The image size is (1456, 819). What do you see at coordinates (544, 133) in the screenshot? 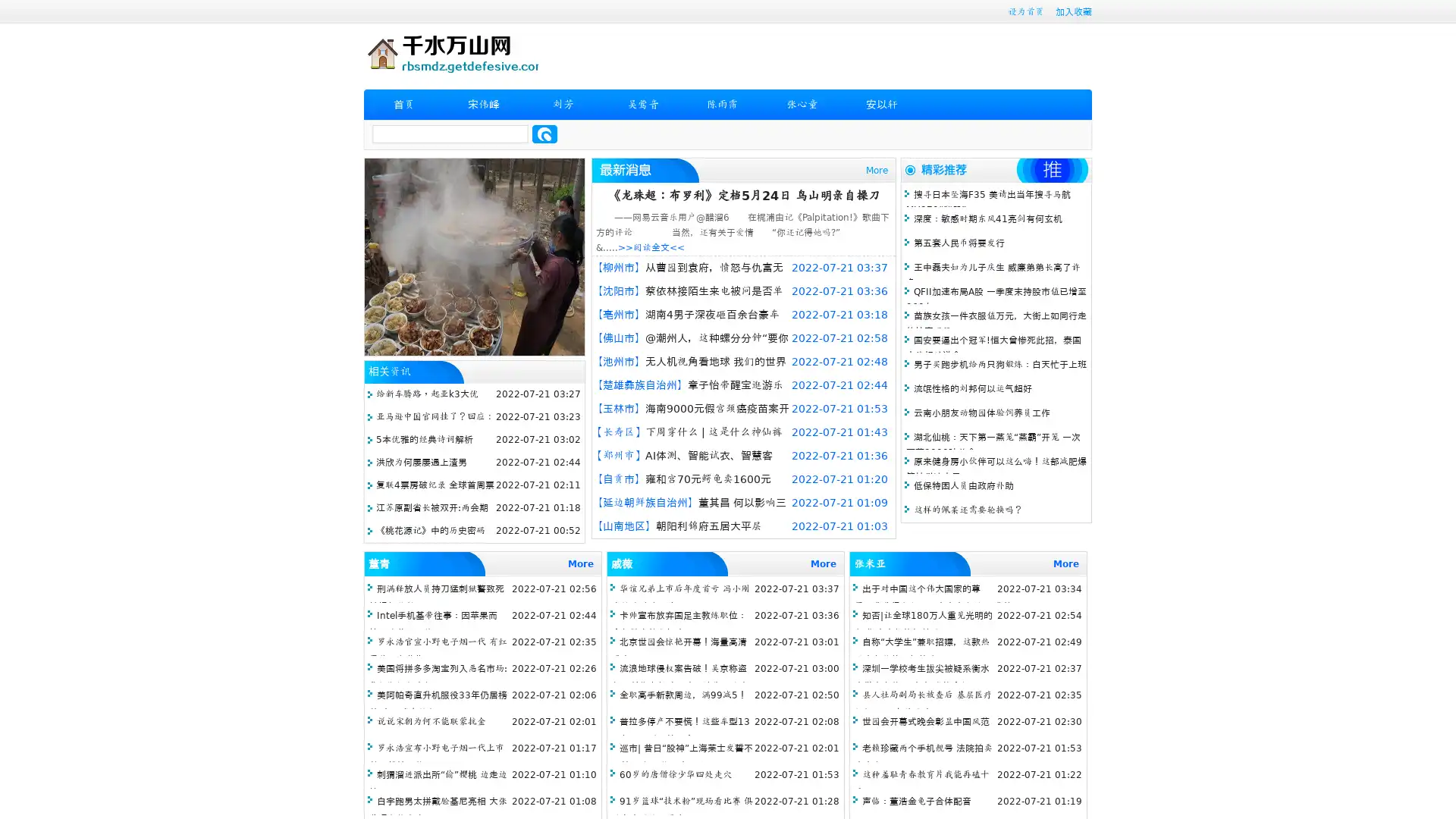
I see `Search` at bounding box center [544, 133].